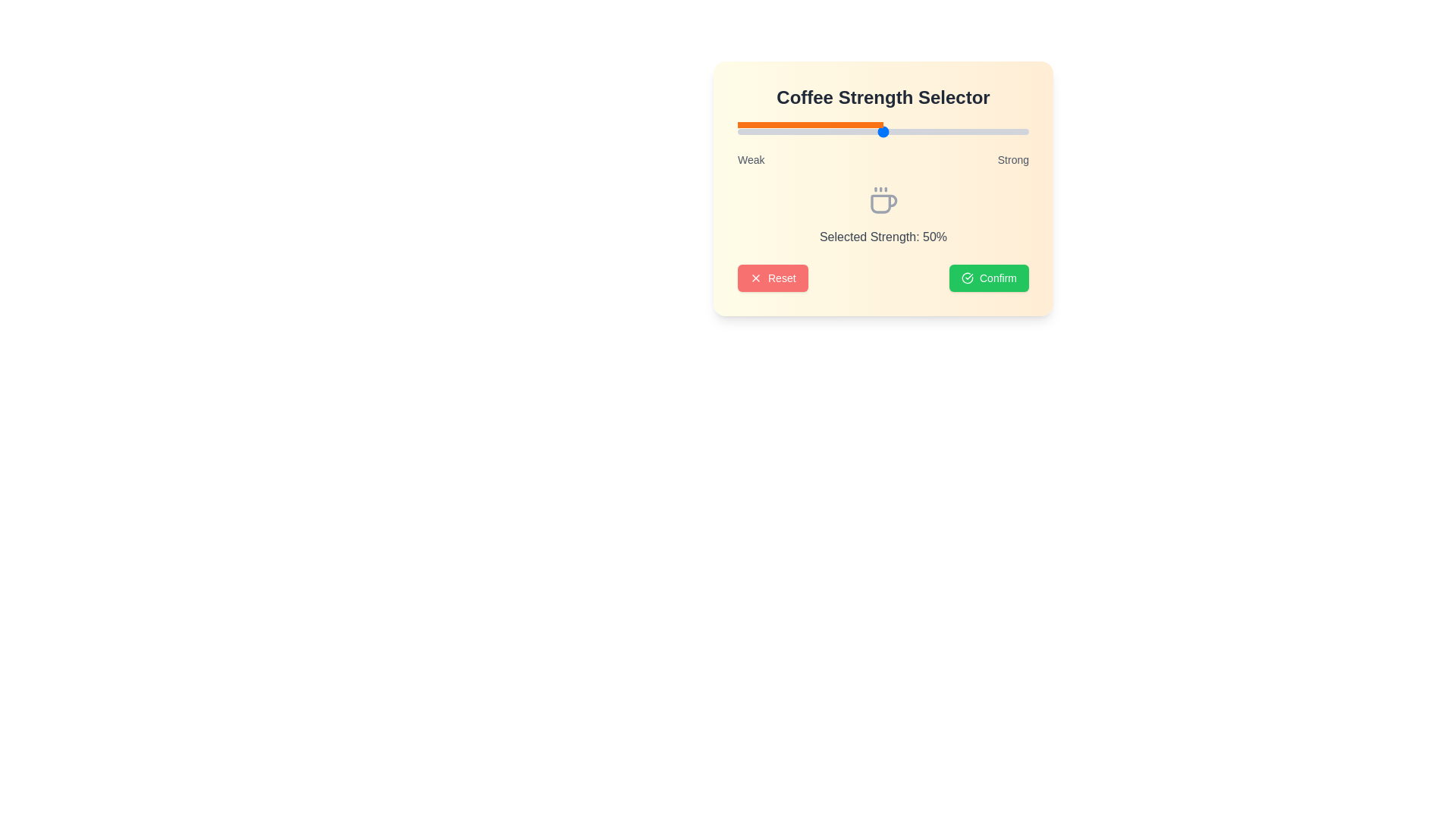  What do you see at coordinates (863, 130) in the screenshot?
I see `the coffee strength` at bounding box center [863, 130].